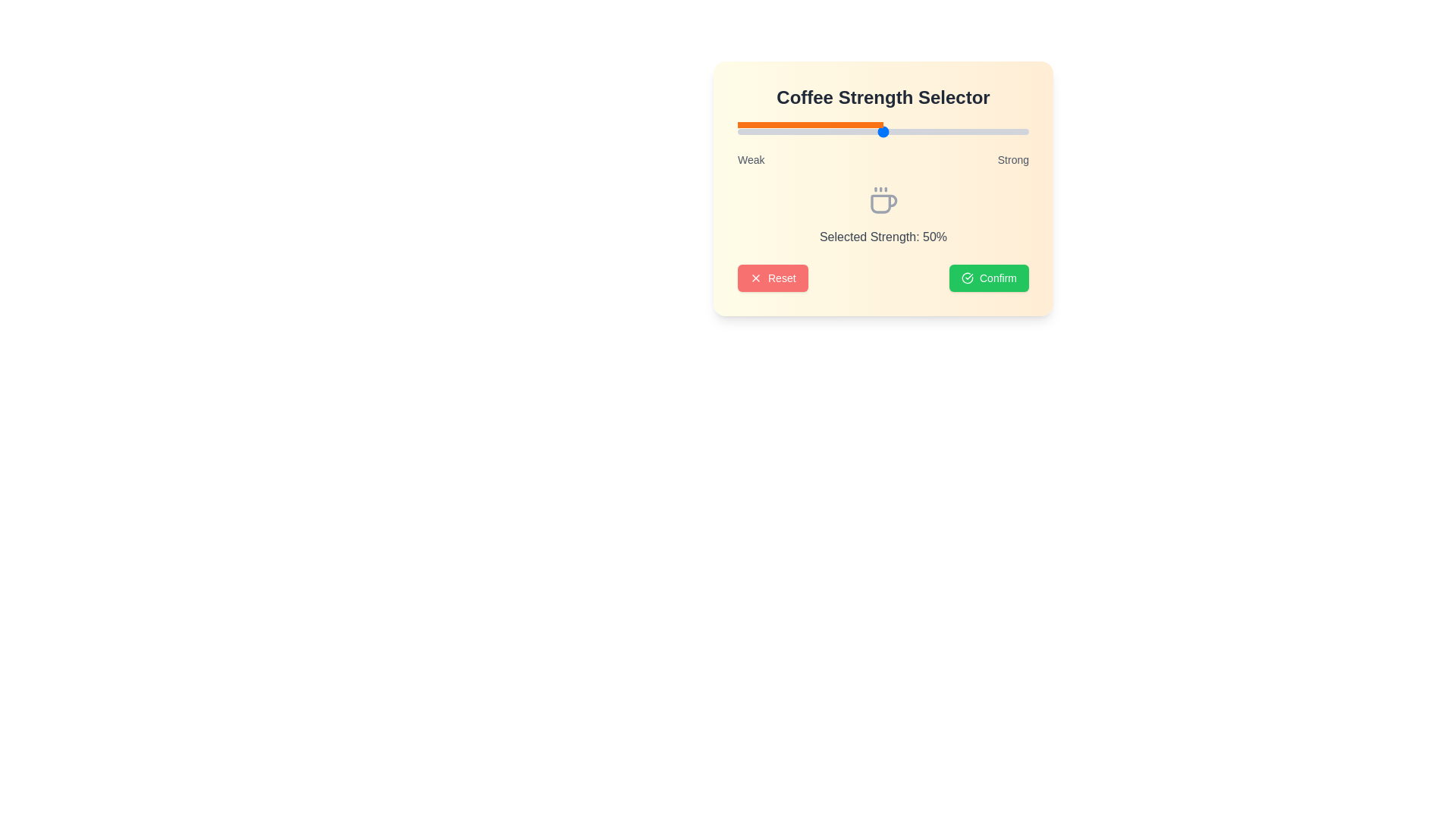  What do you see at coordinates (863, 130) in the screenshot?
I see `the coffee strength` at bounding box center [863, 130].